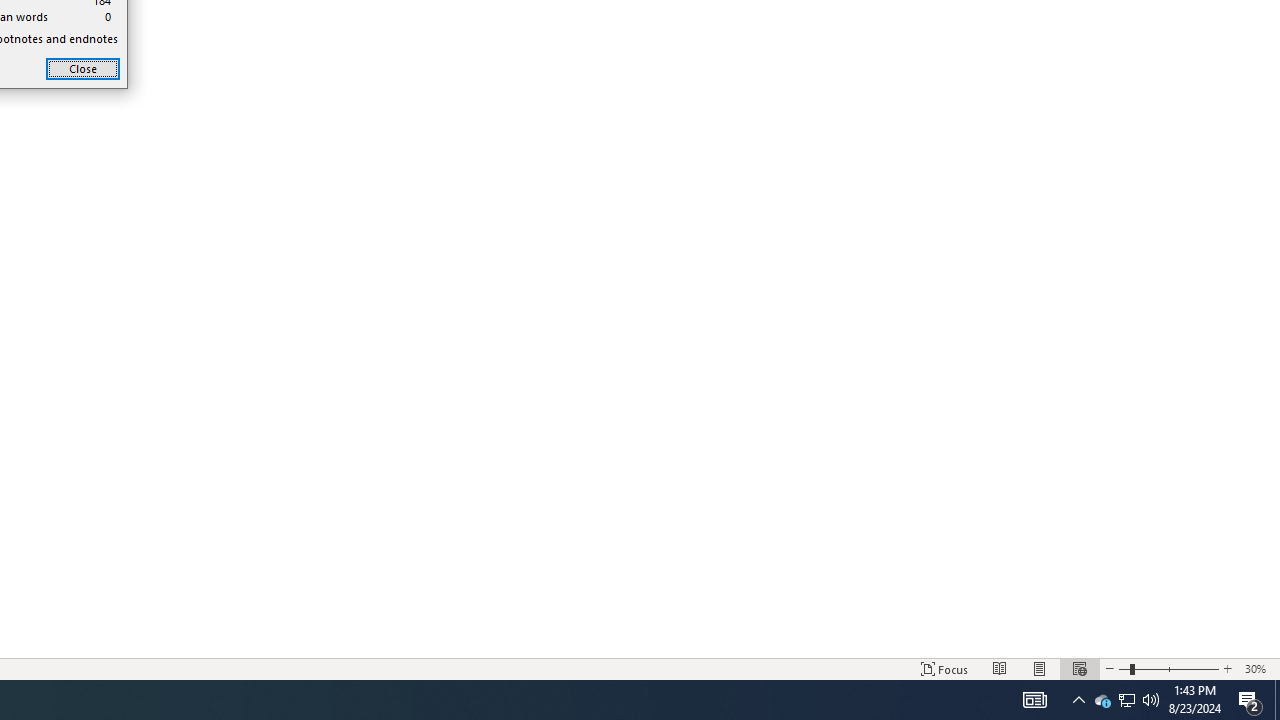 The height and width of the screenshot is (720, 1280). Describe the element at coordinates (1124, 669) in the screenshot. I see `'Web Layout'` at that location.